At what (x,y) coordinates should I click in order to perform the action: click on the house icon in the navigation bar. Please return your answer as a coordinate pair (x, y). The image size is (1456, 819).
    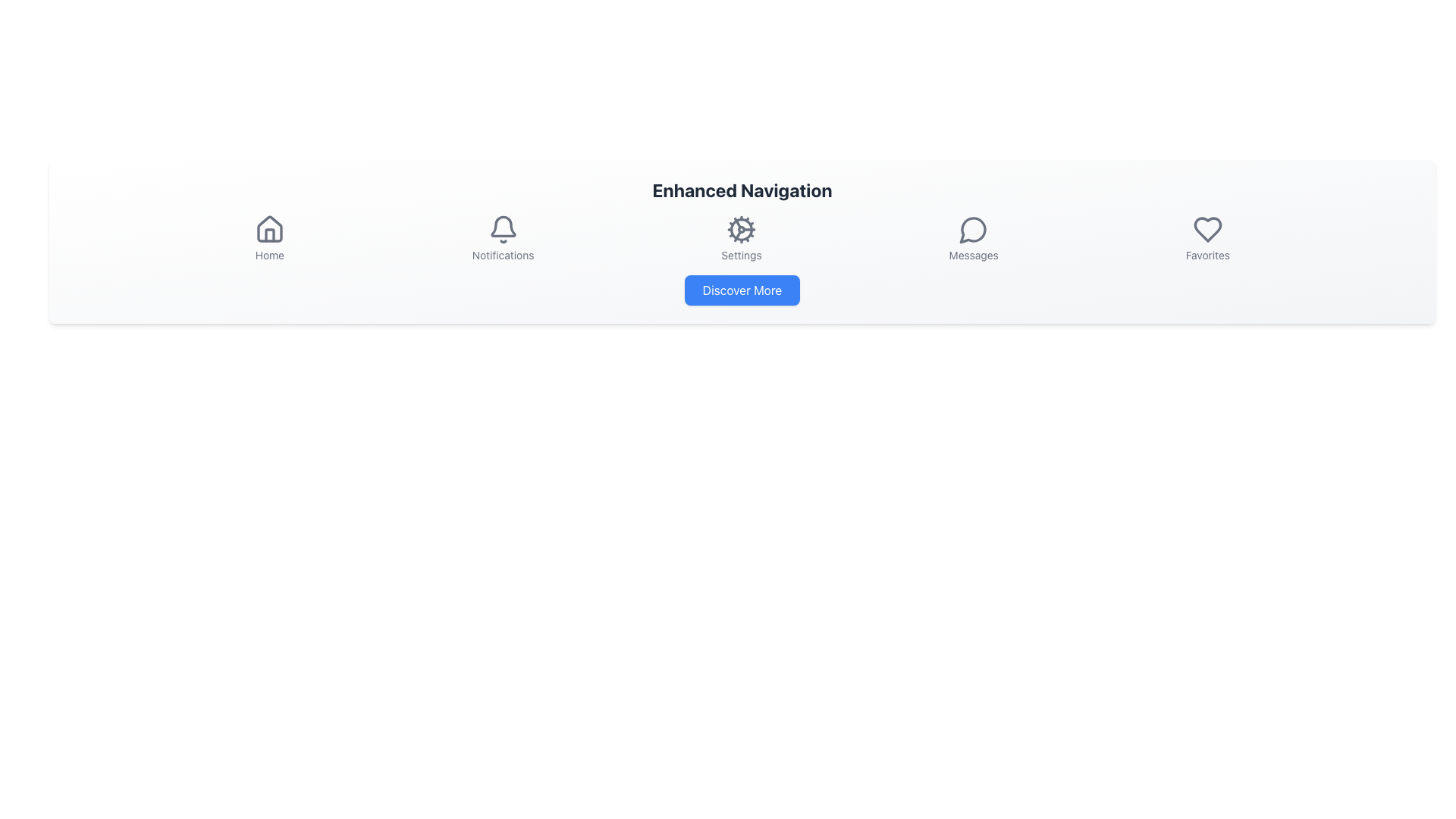
    Looking at the image, I should click on (269, 229).